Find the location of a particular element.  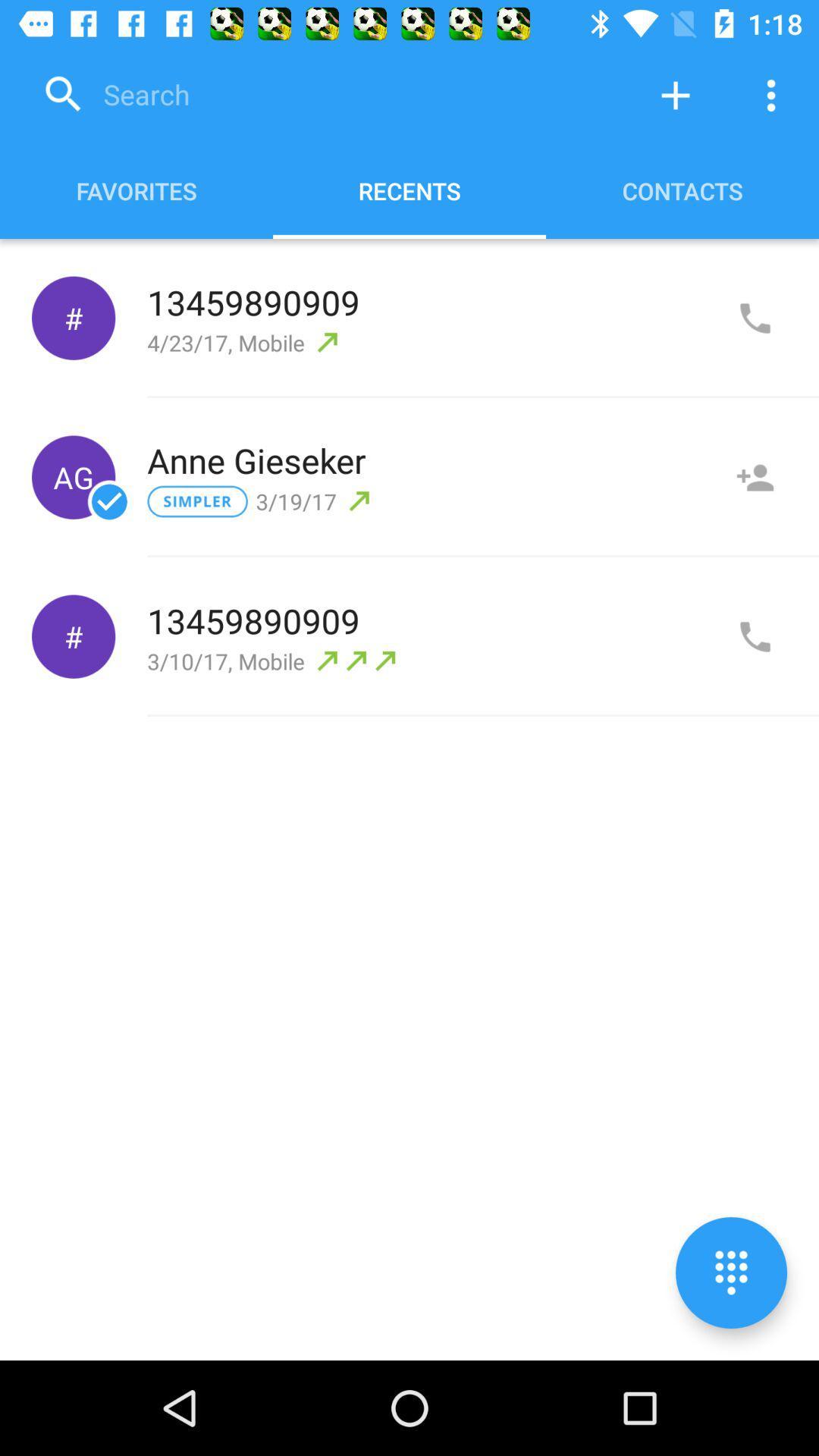

the dialpad icon is located at coordinates (730, 1272).